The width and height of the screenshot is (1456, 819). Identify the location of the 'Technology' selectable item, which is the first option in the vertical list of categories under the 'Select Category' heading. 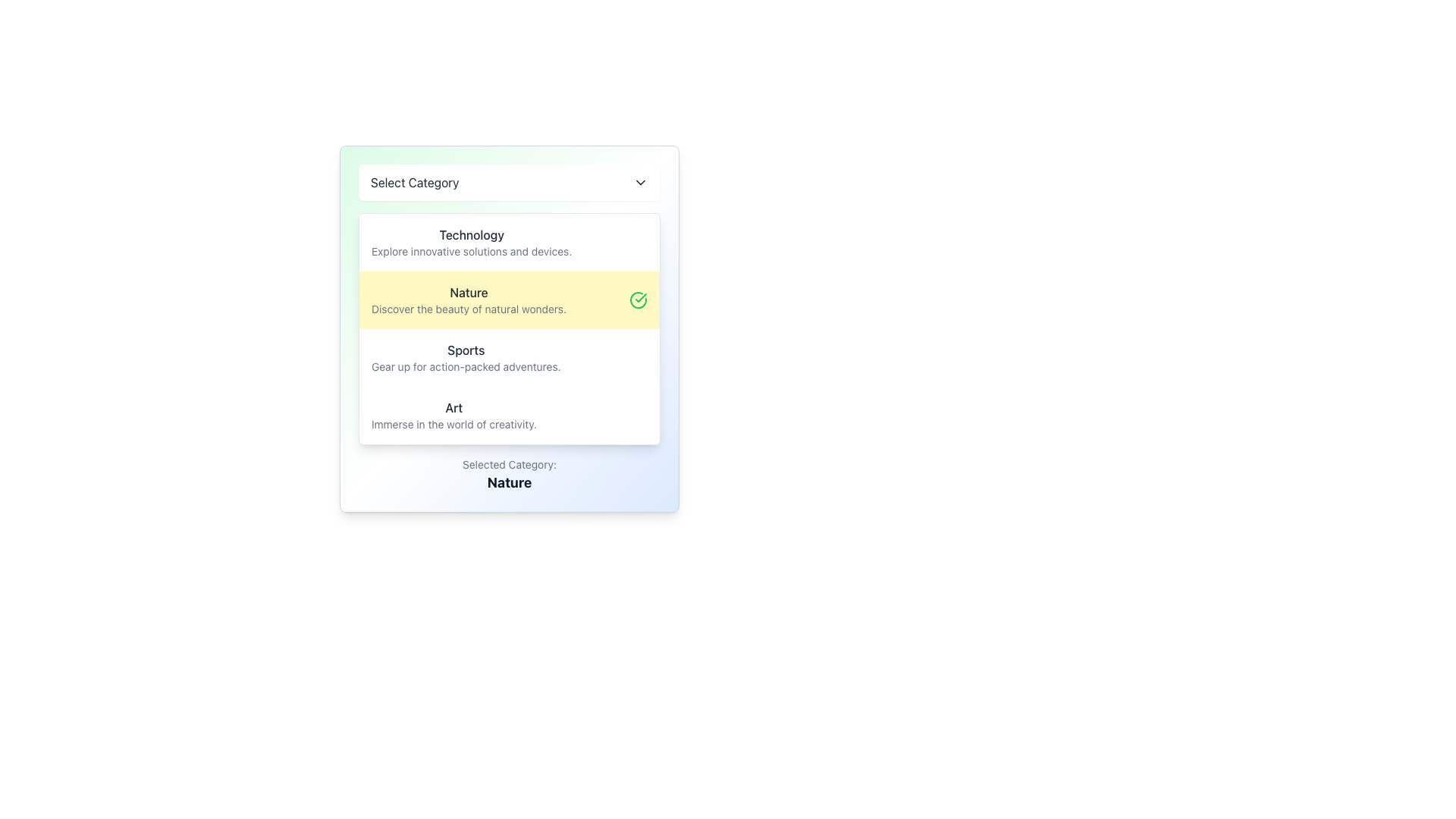
(510, 242).